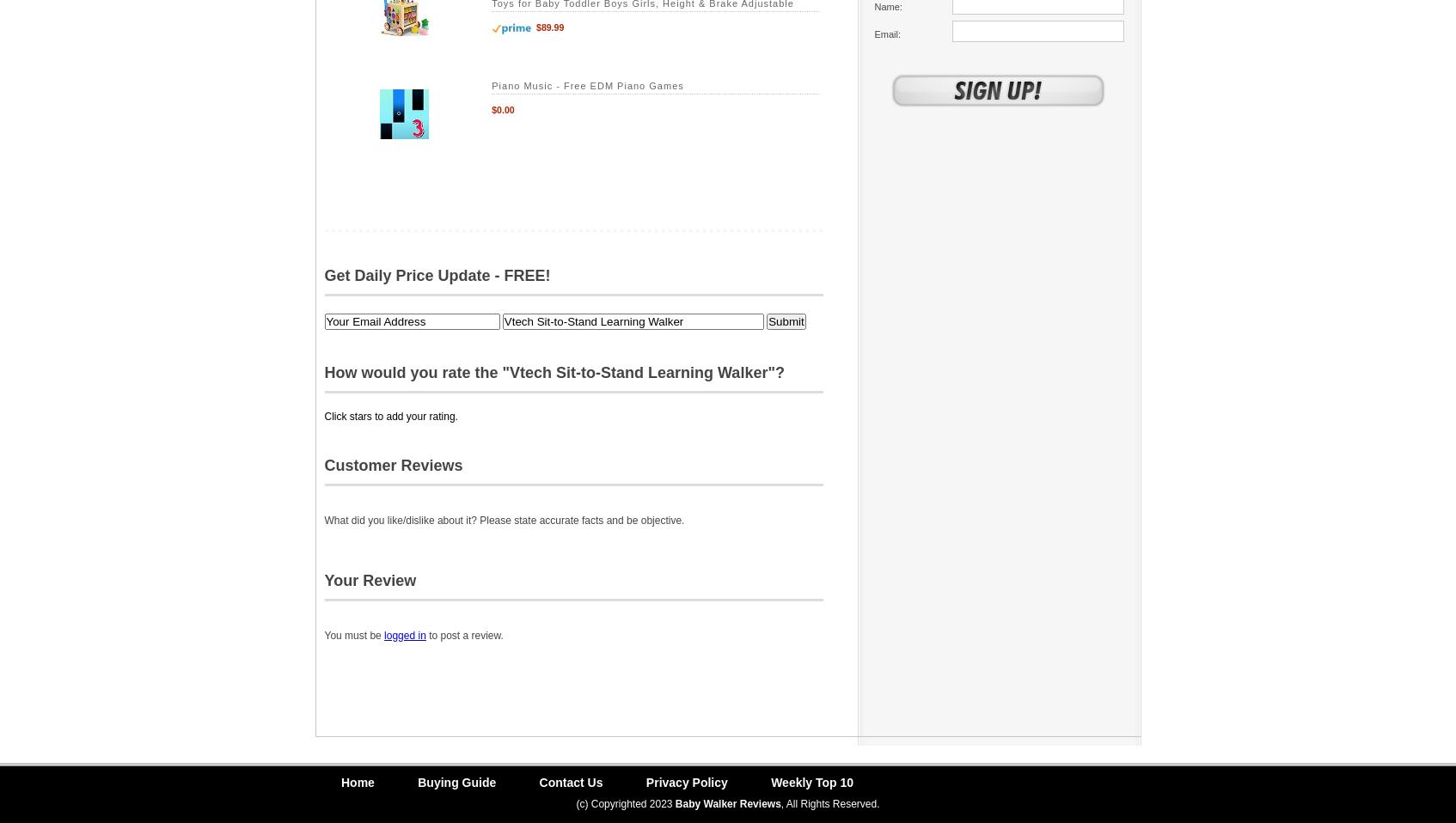  I want to click on 'Baby Walker Reviews', so click(727, 803).